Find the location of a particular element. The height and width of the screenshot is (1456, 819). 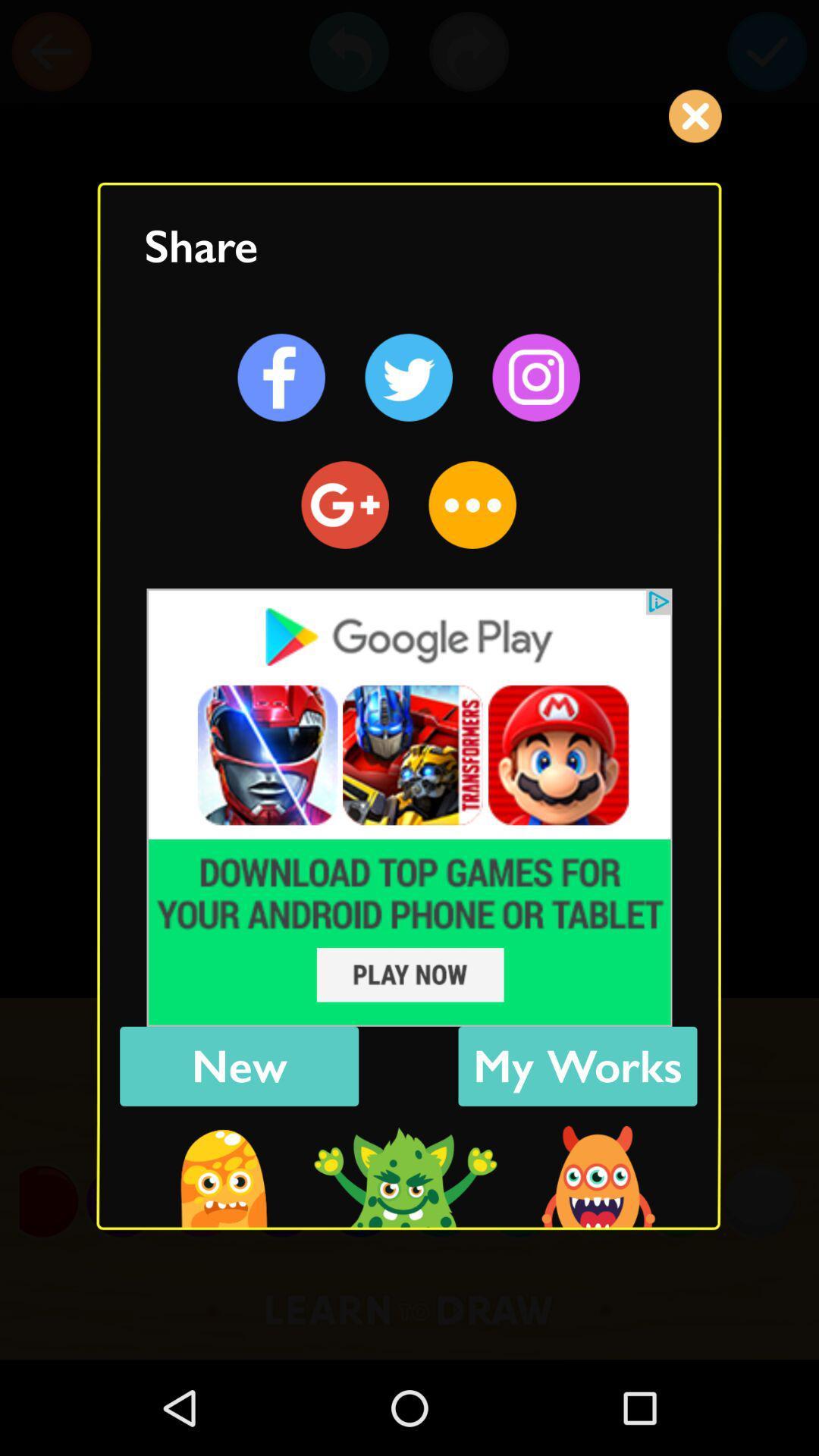

the more icon is located at coordinates (472, 505).